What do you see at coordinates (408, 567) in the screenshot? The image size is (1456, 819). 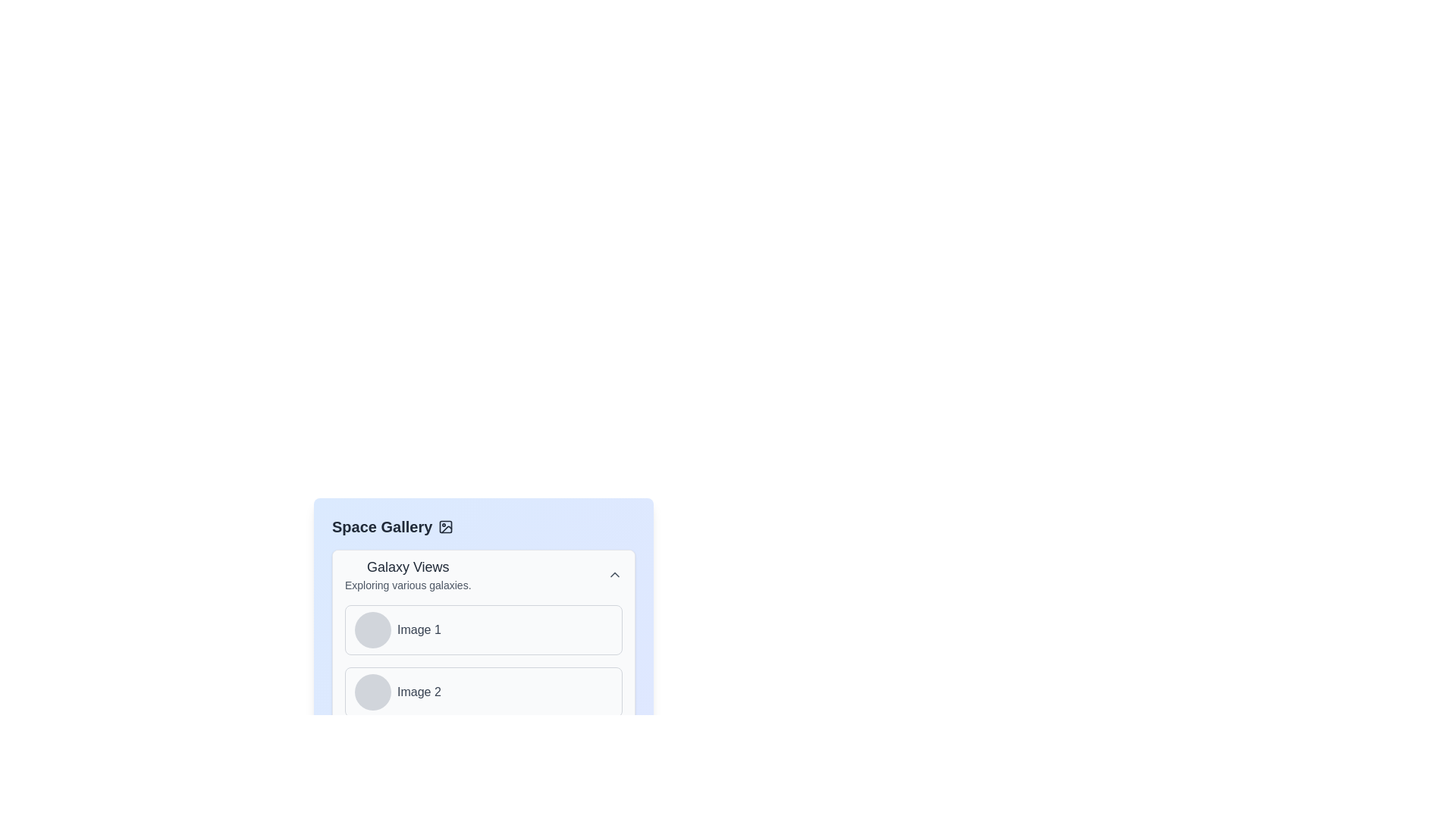 I see `the 'Galaxy Views' text label, which serves as the heading in the 'Space Gallery' section` at bounding box center [408, 567].